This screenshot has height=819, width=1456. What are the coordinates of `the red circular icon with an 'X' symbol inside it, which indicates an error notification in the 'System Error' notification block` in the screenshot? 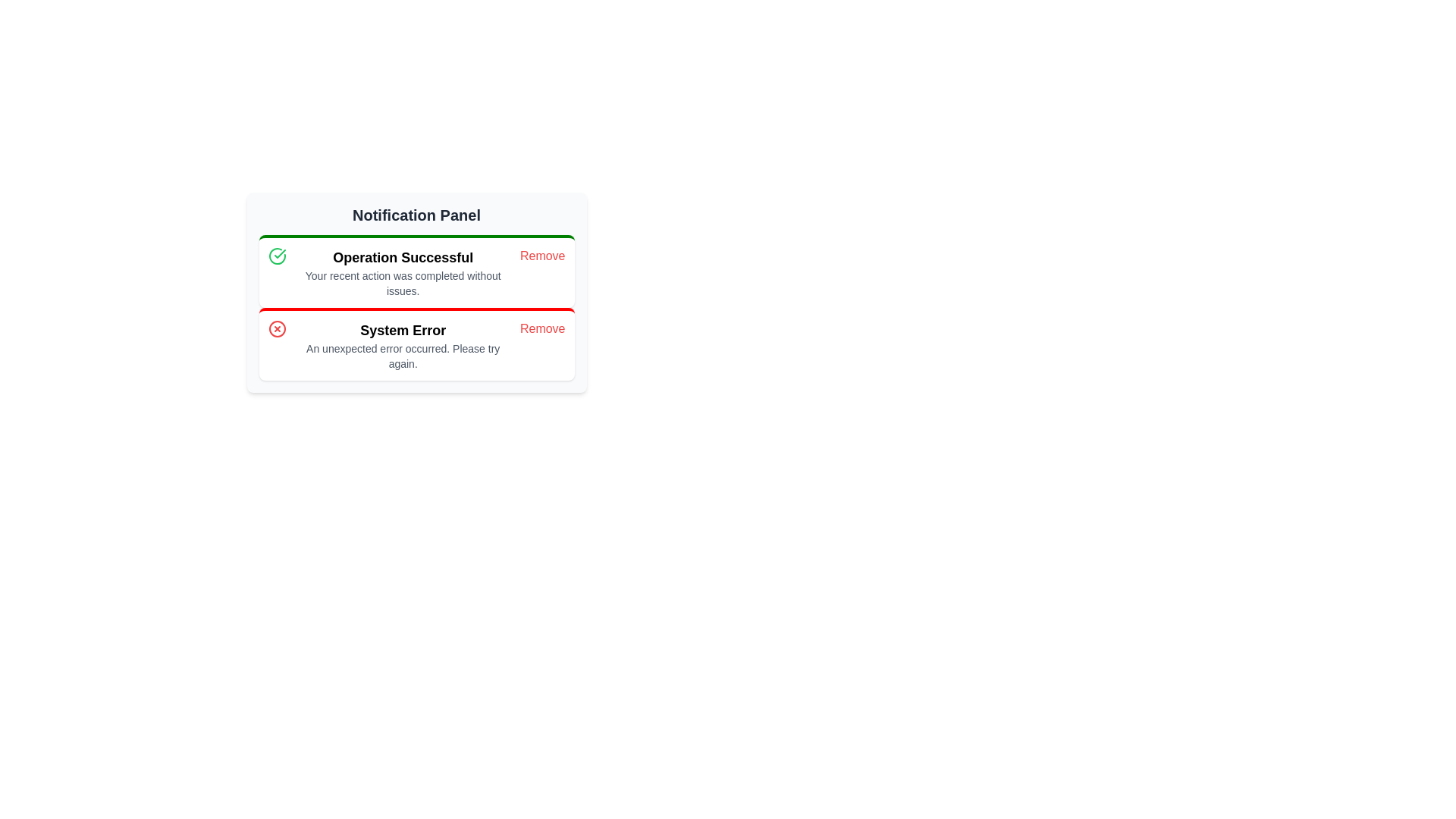 It's located at (277, 328).